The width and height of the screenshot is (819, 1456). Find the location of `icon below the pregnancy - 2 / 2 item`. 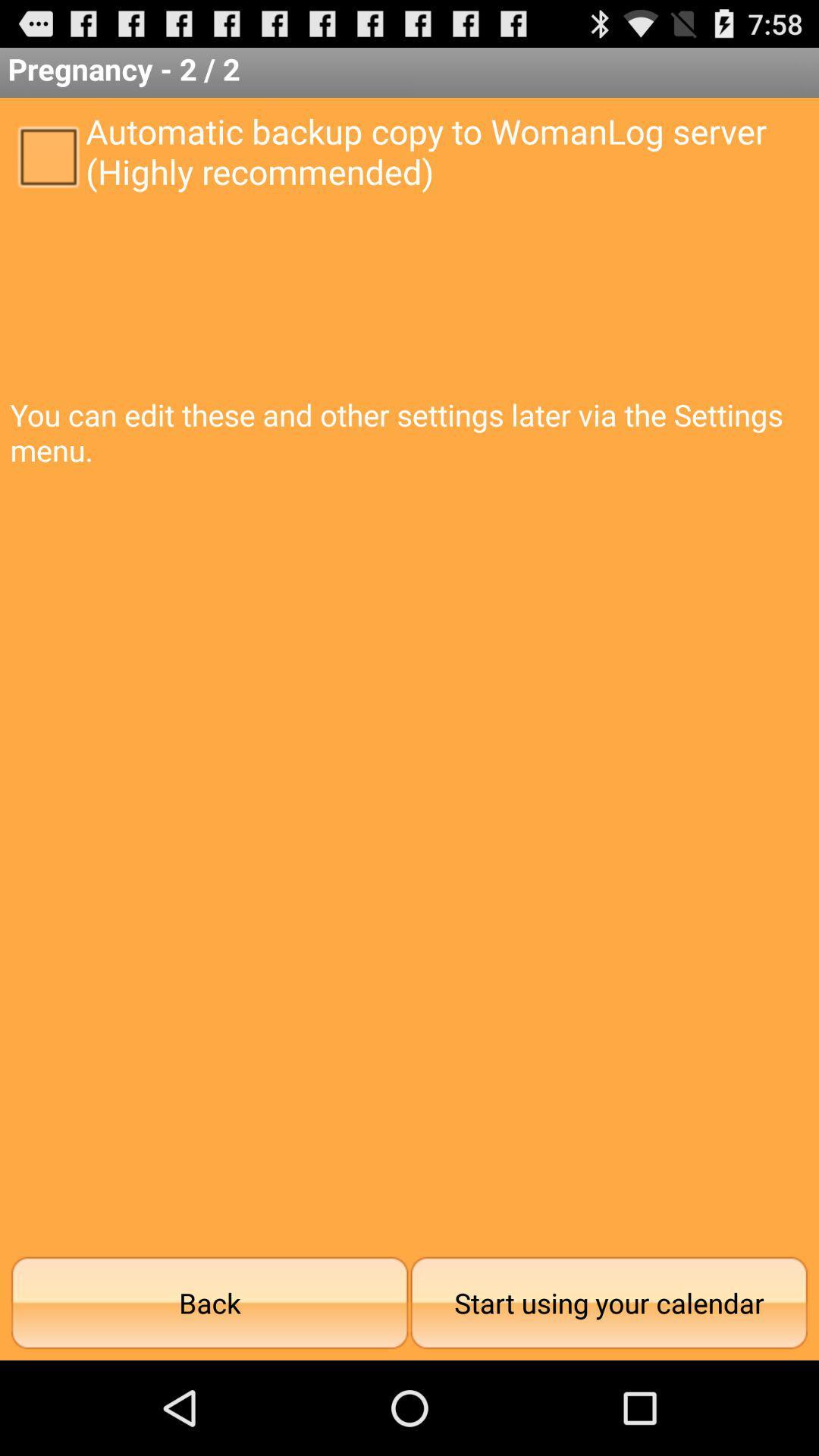

icon below the pregnancy - 2 / 2 item is located at coordinates (47, 155).